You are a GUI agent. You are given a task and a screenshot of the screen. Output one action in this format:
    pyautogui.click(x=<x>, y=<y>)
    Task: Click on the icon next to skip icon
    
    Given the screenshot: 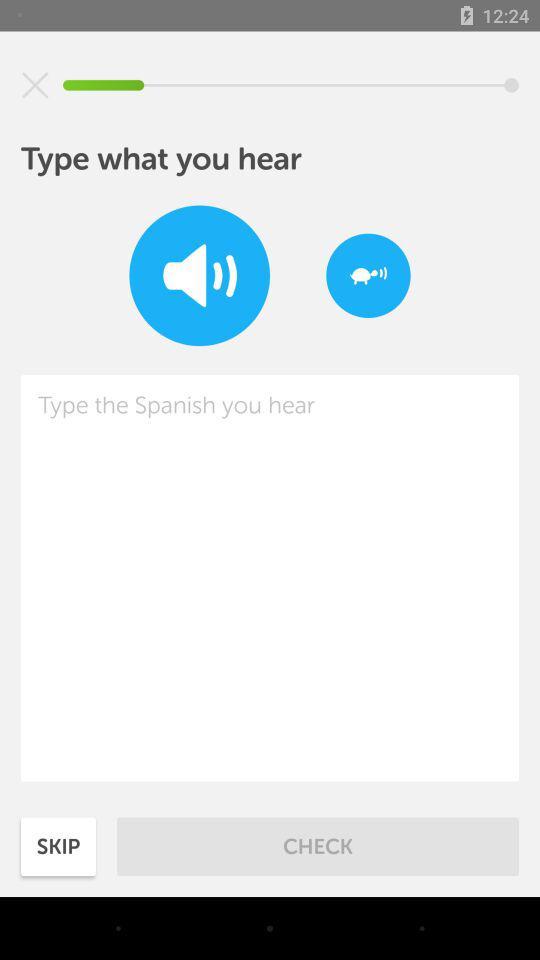 What is the action you would take?
    pyautogui.click(x=318, y=845)
    